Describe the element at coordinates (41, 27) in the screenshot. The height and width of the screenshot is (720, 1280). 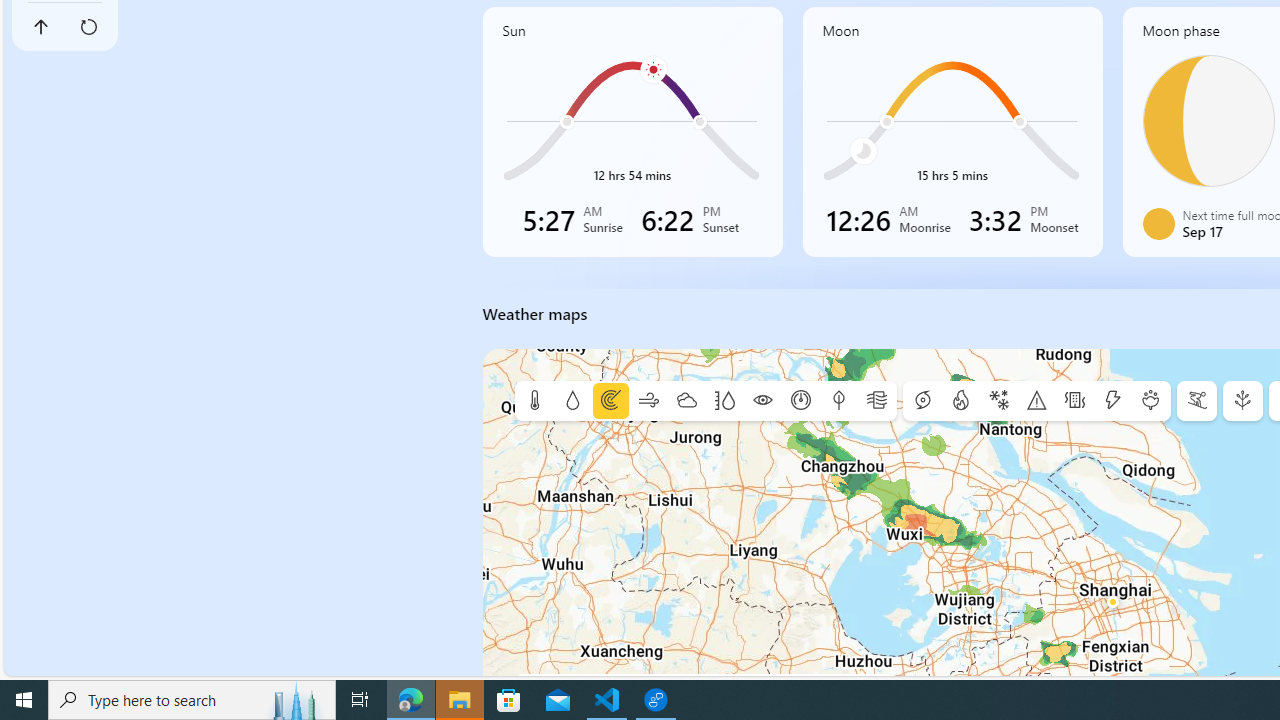
I see `'Back to top'` at that location.